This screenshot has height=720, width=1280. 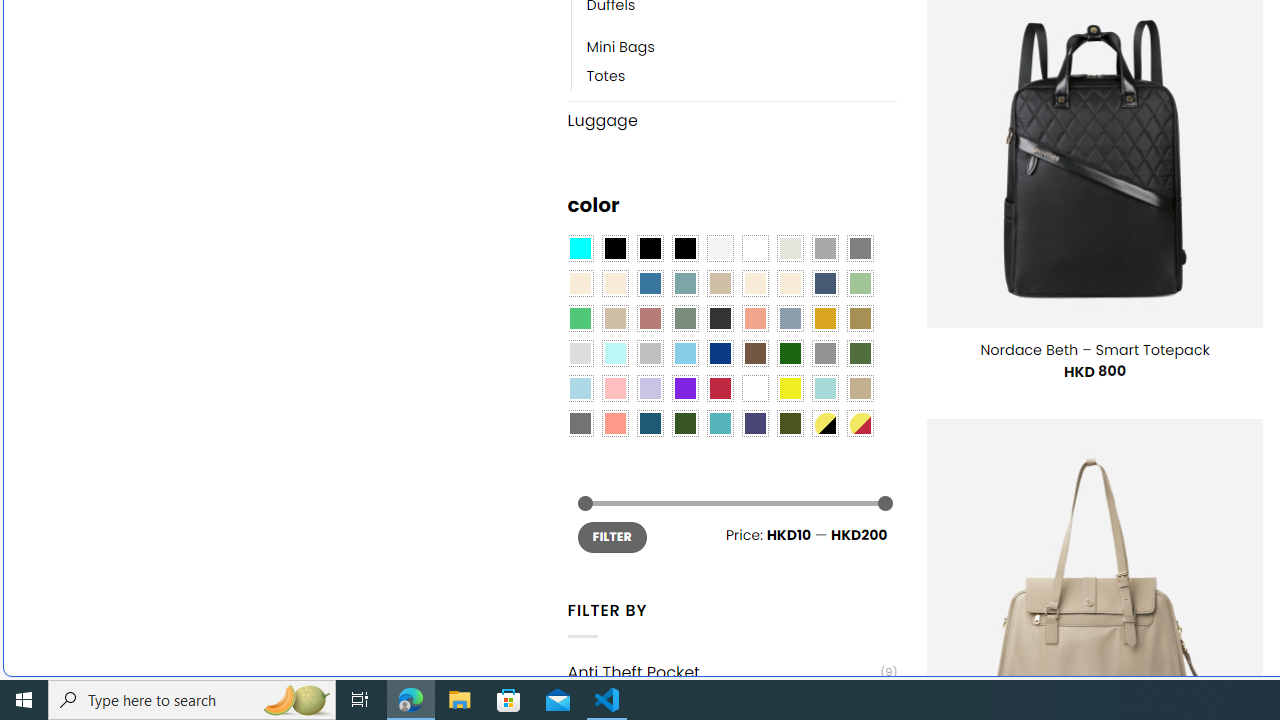 I want to click on 'Ash Gray', so click(x=788, y=248).